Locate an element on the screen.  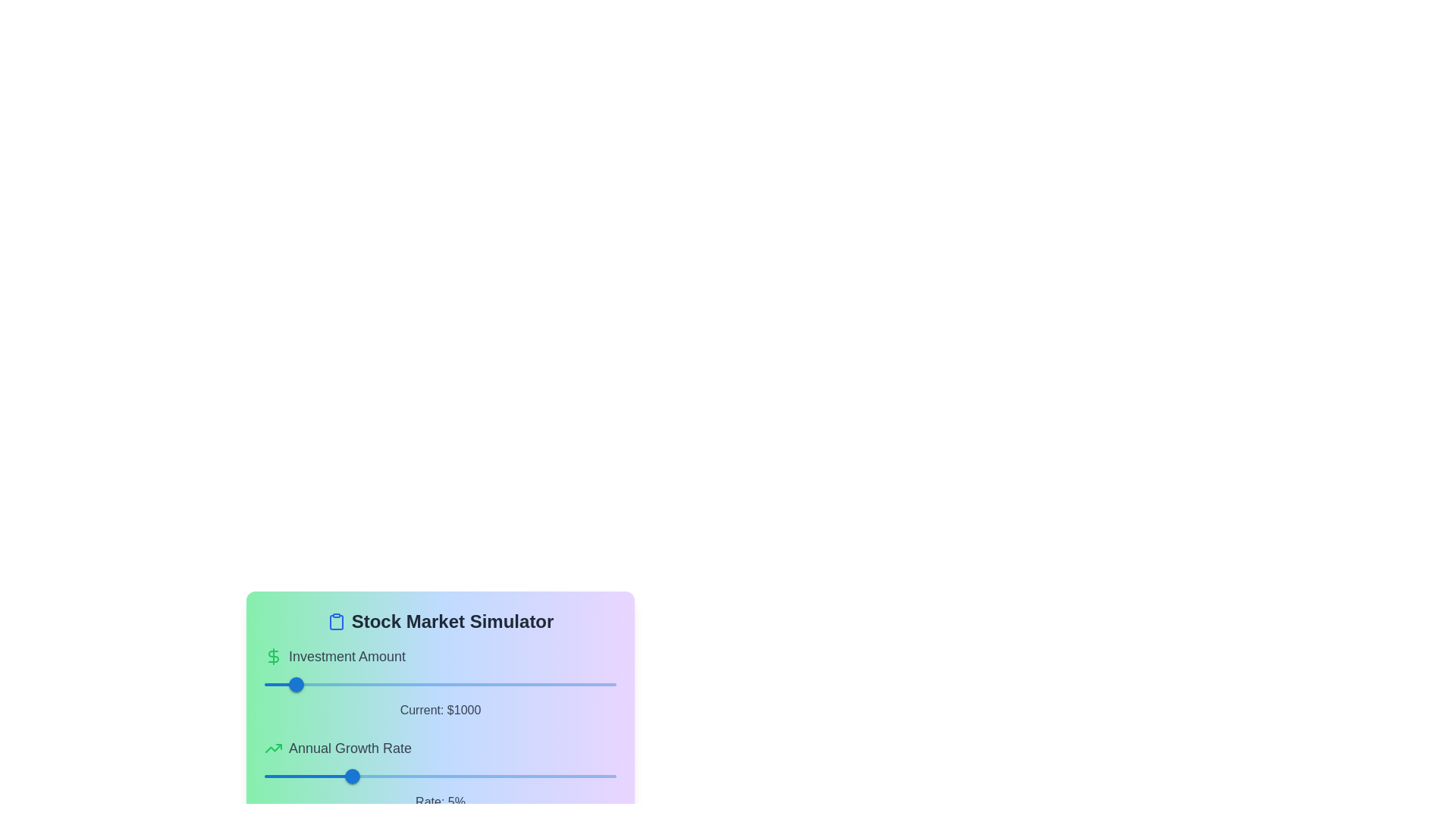
the slider value is located at coordinates (356, 776).